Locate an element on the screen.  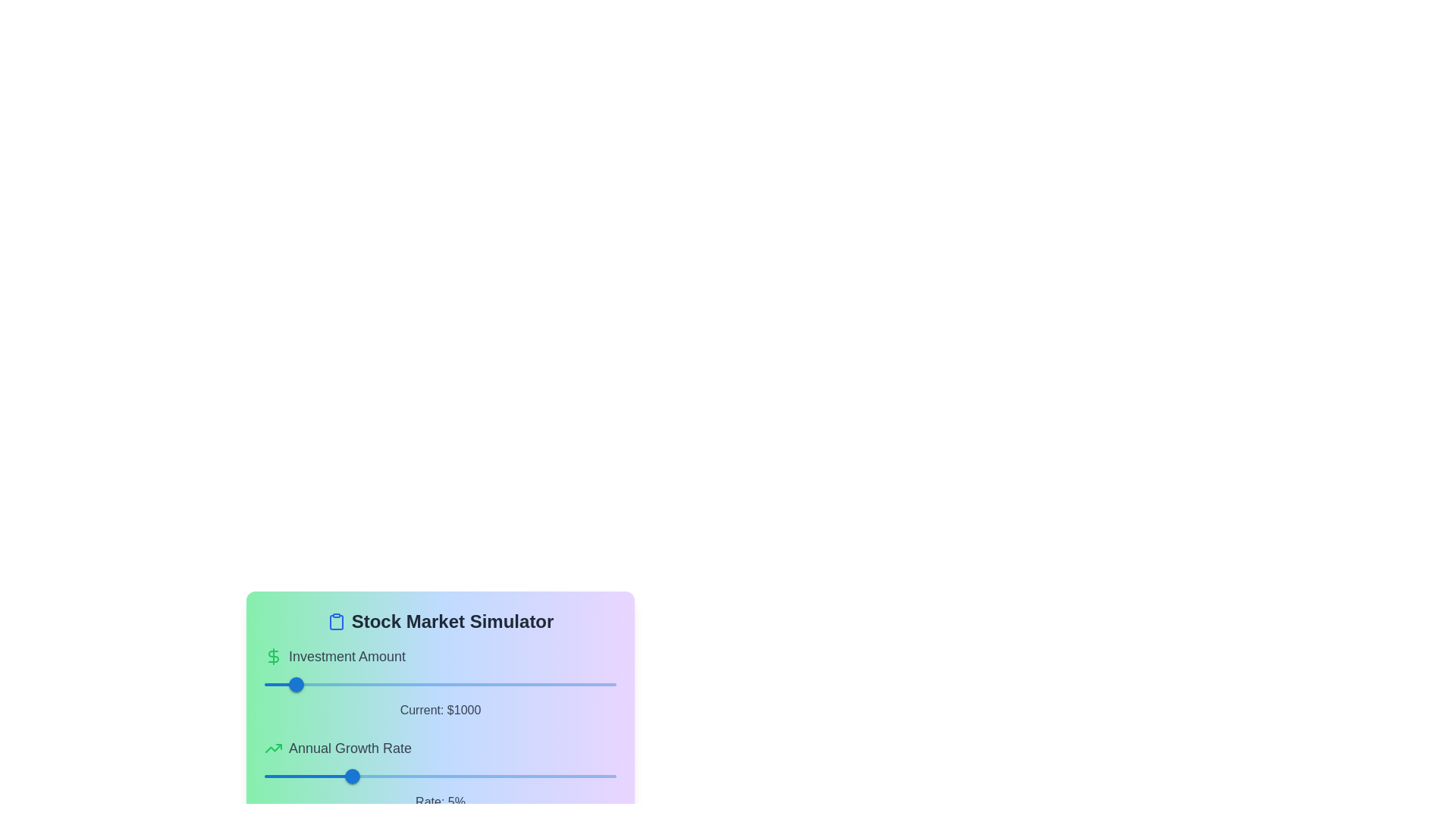
the slider value is located at coordinates (356, 776).